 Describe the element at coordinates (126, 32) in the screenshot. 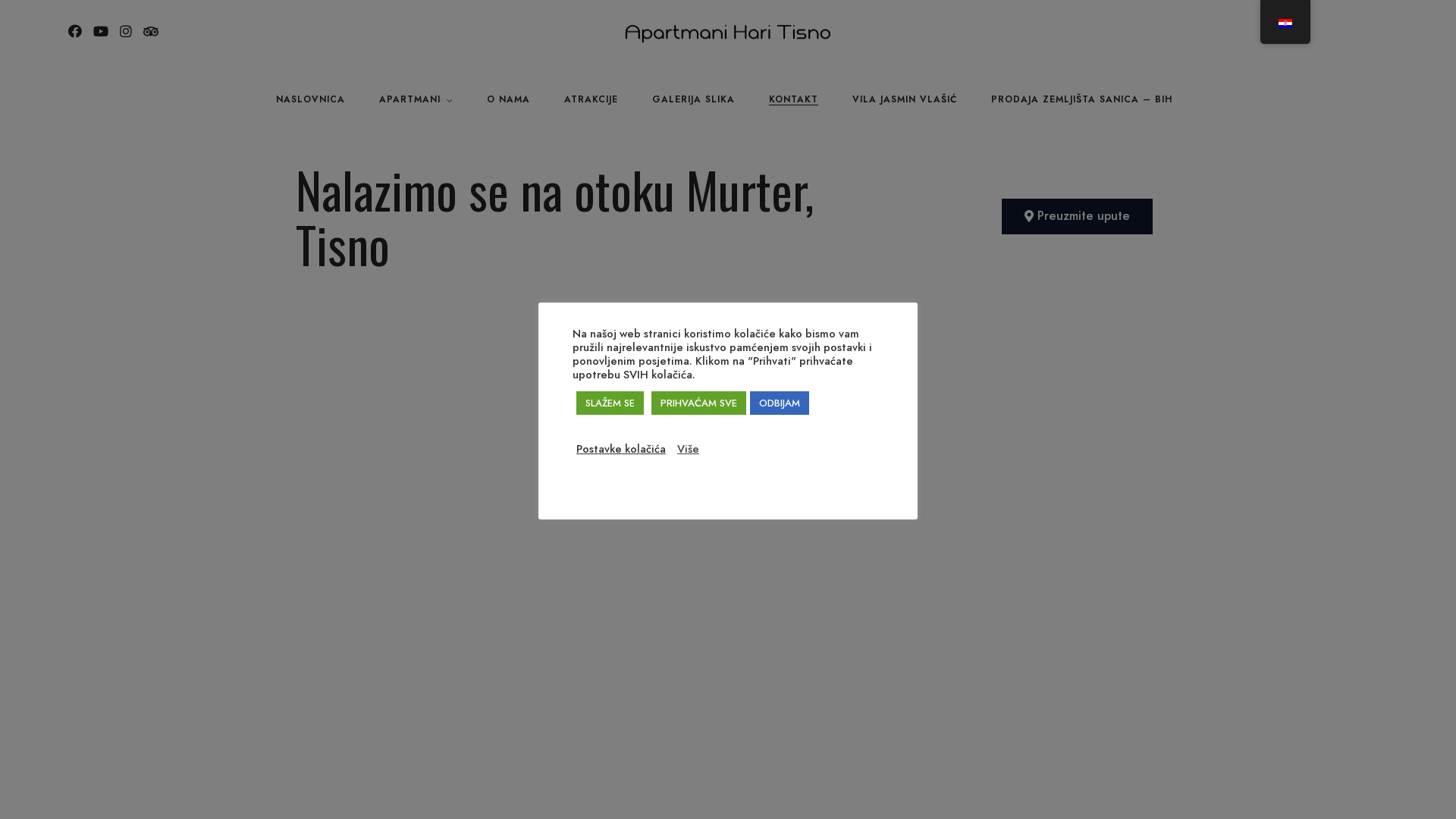

I see `'Instagram'` at that location.